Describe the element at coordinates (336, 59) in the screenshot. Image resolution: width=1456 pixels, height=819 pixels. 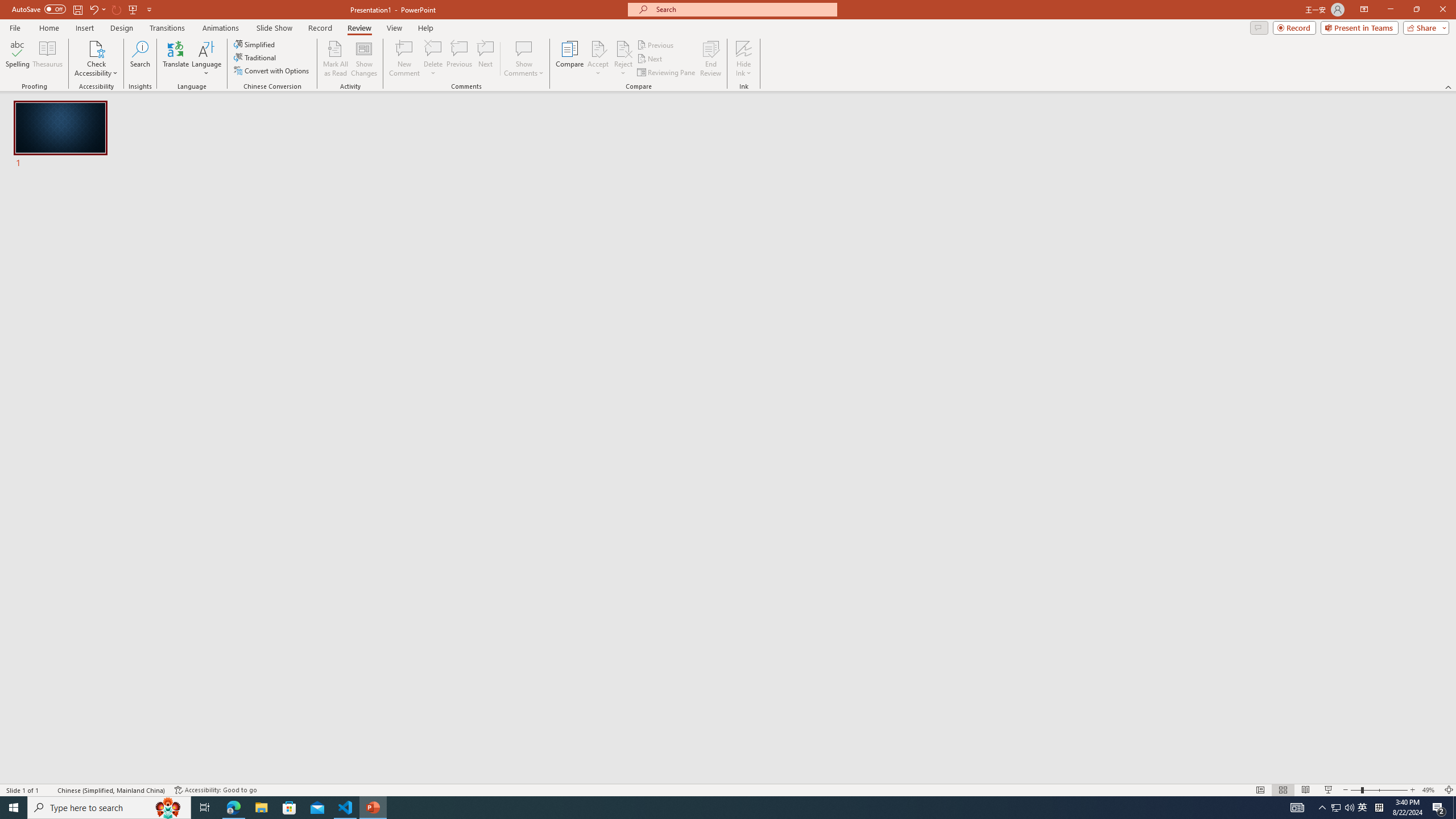
I see `'Mark All as Read'` at that location.